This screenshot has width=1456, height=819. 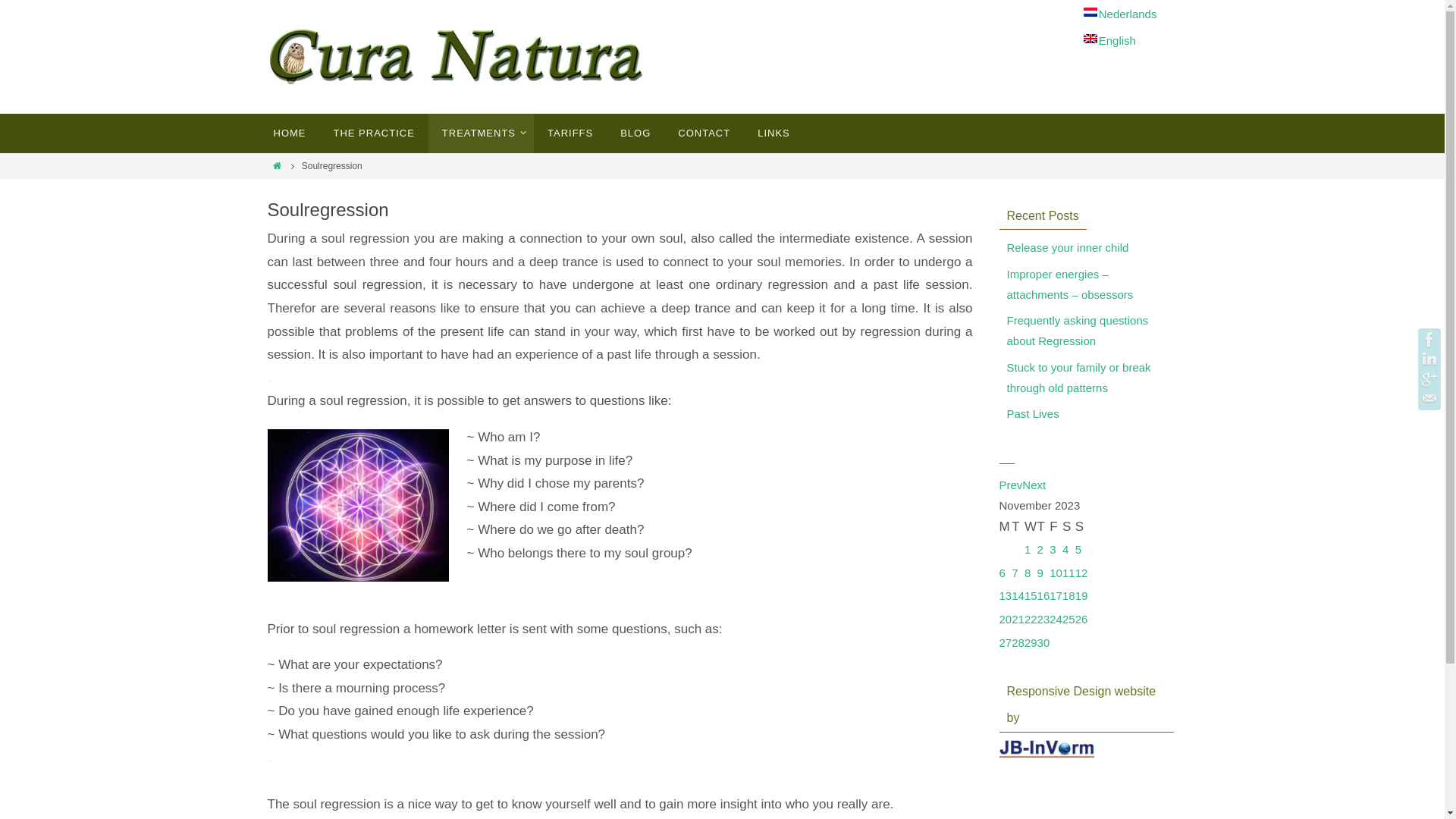 What do you see at coordinates (1078, 377) in the screenshot?
I see `'Stuck to your family or break through old patterns'` at bounding box center [1078, 377].